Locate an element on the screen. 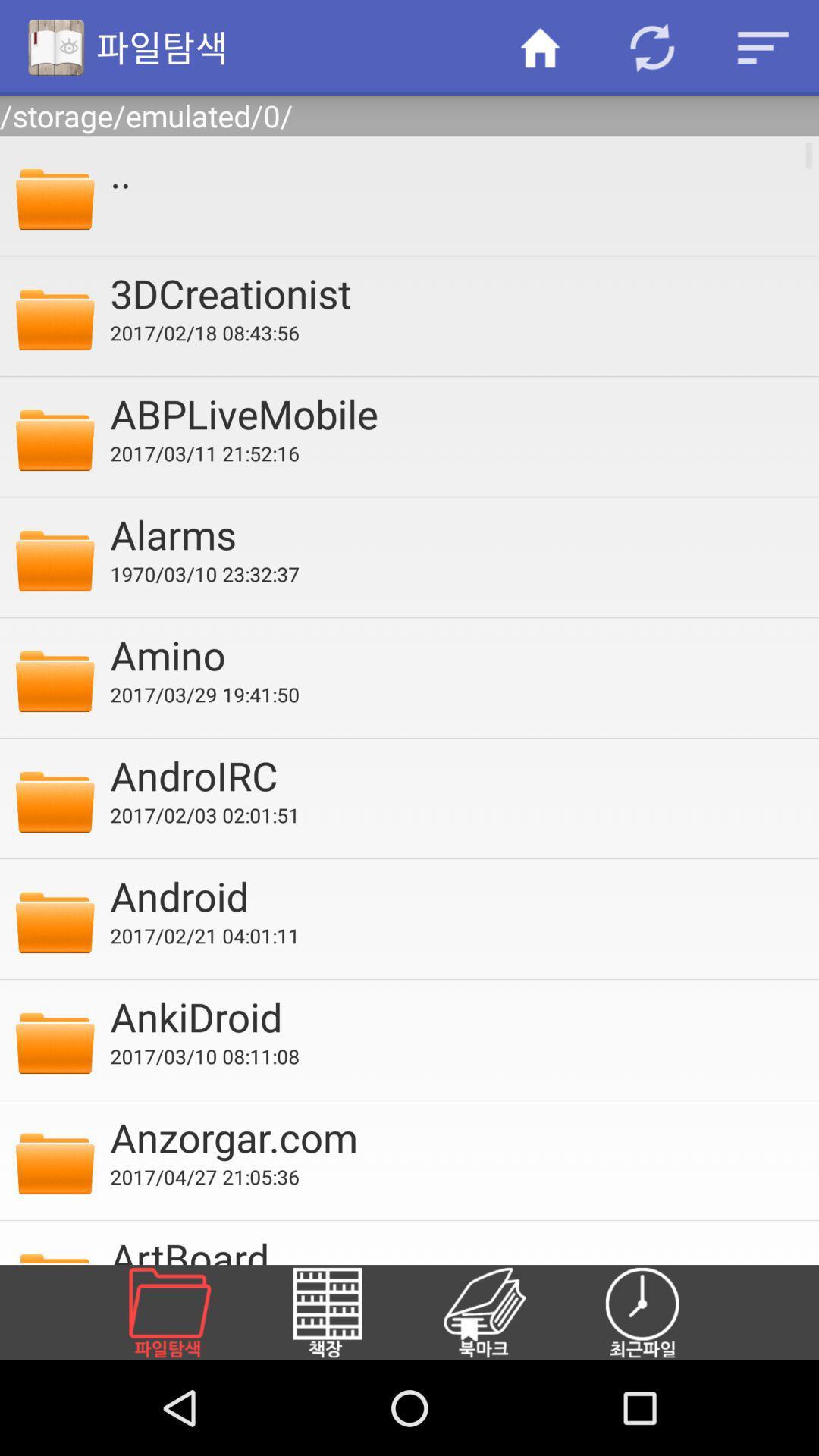  recent folders is located at coordinates (660, 1312).